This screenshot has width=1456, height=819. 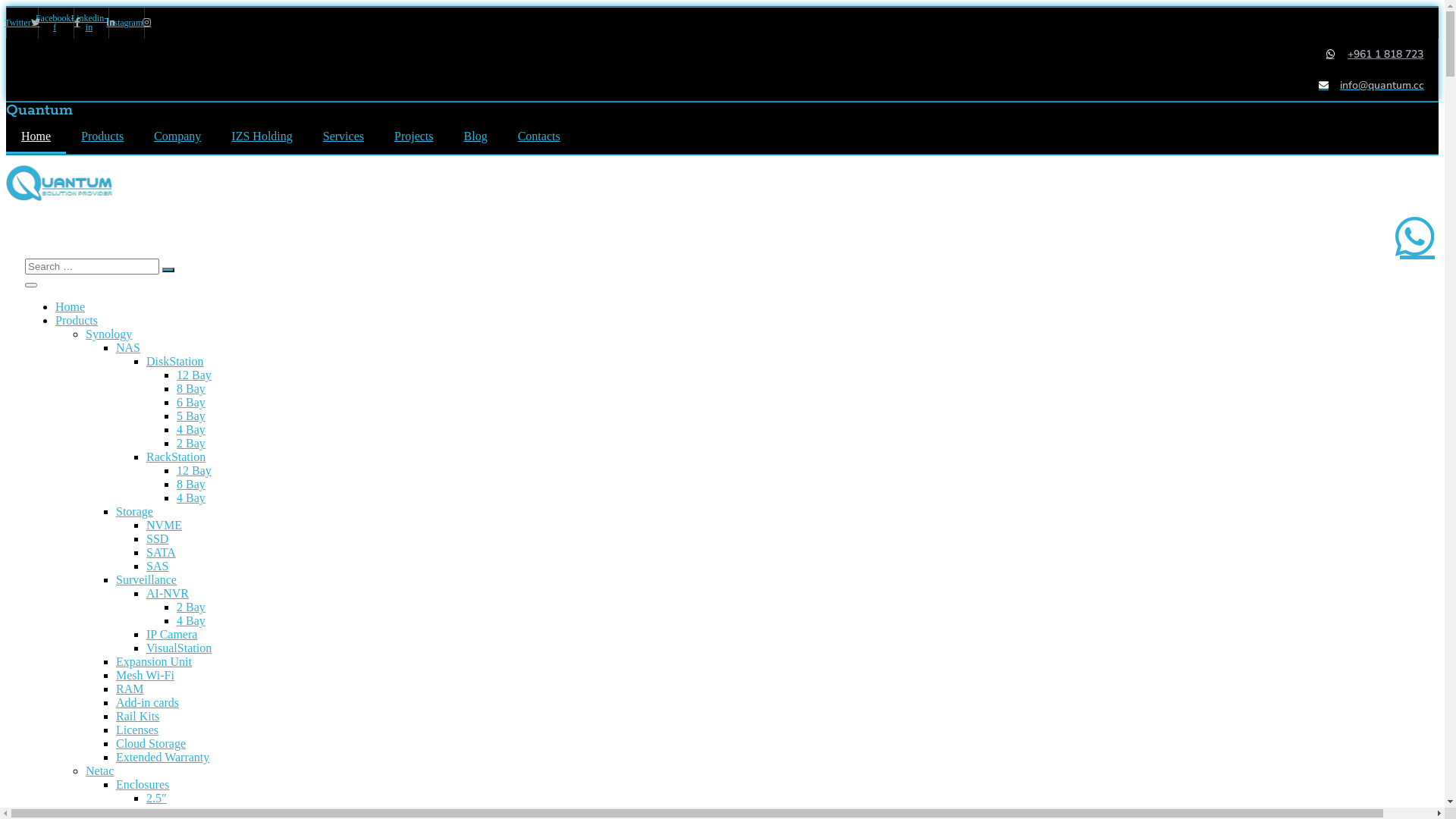 I want to click on 'Cloud Storage', so click(x=115, y=742).